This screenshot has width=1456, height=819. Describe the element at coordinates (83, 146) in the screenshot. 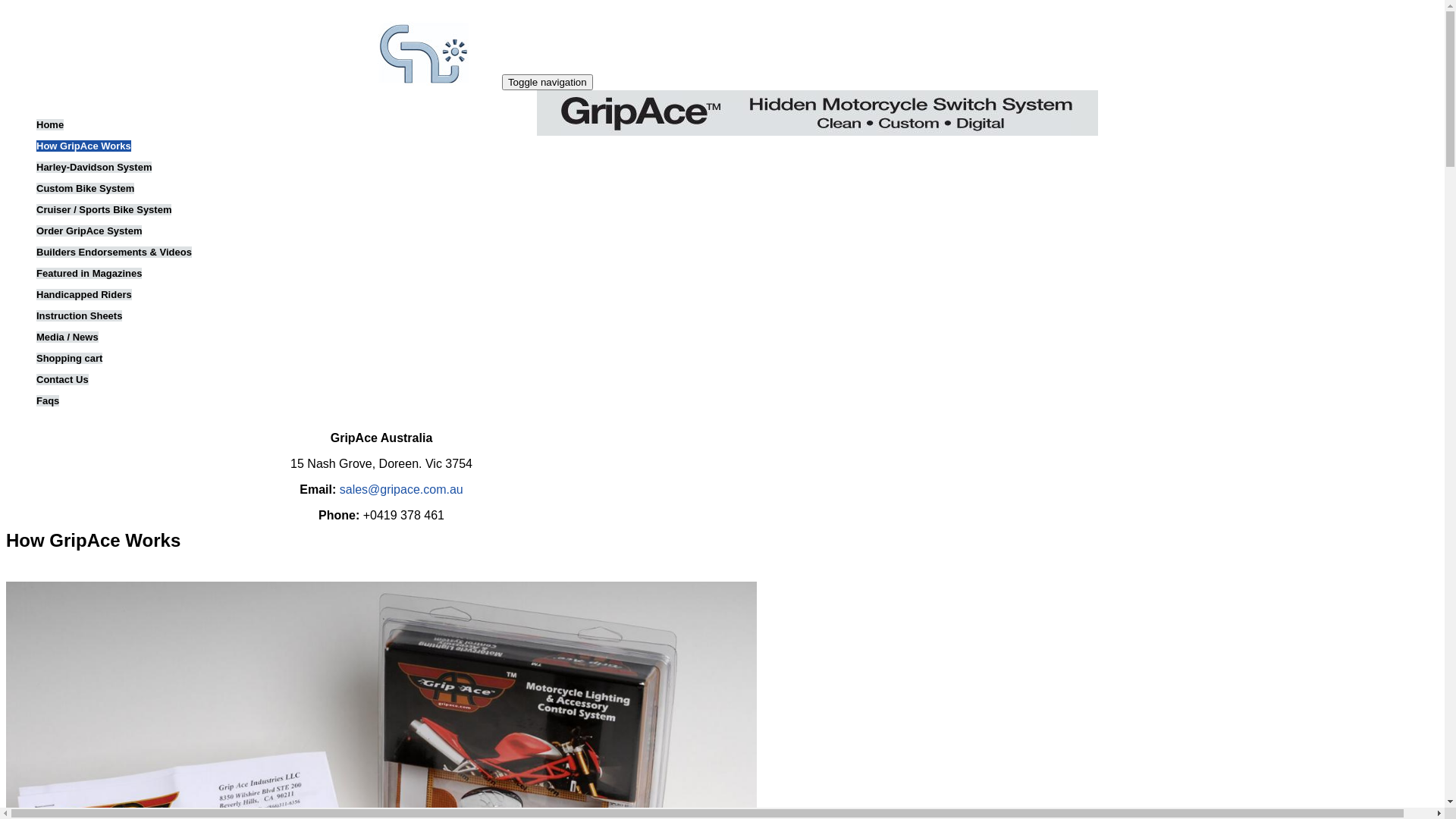

I see `'How GripAce Works'` at that location.